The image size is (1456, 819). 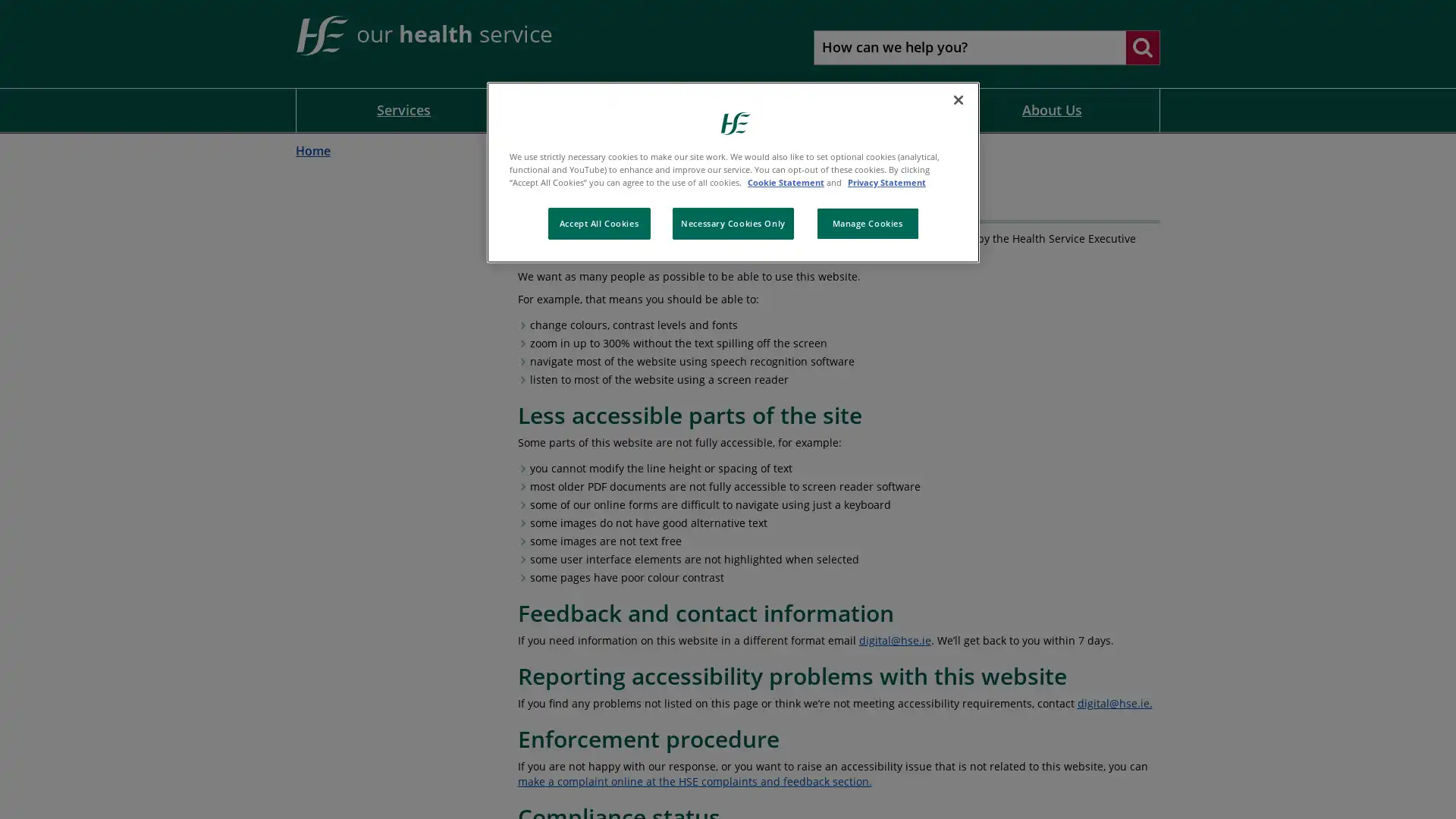 I want to click on Accept All Cookies, so click(x=598, y=223).